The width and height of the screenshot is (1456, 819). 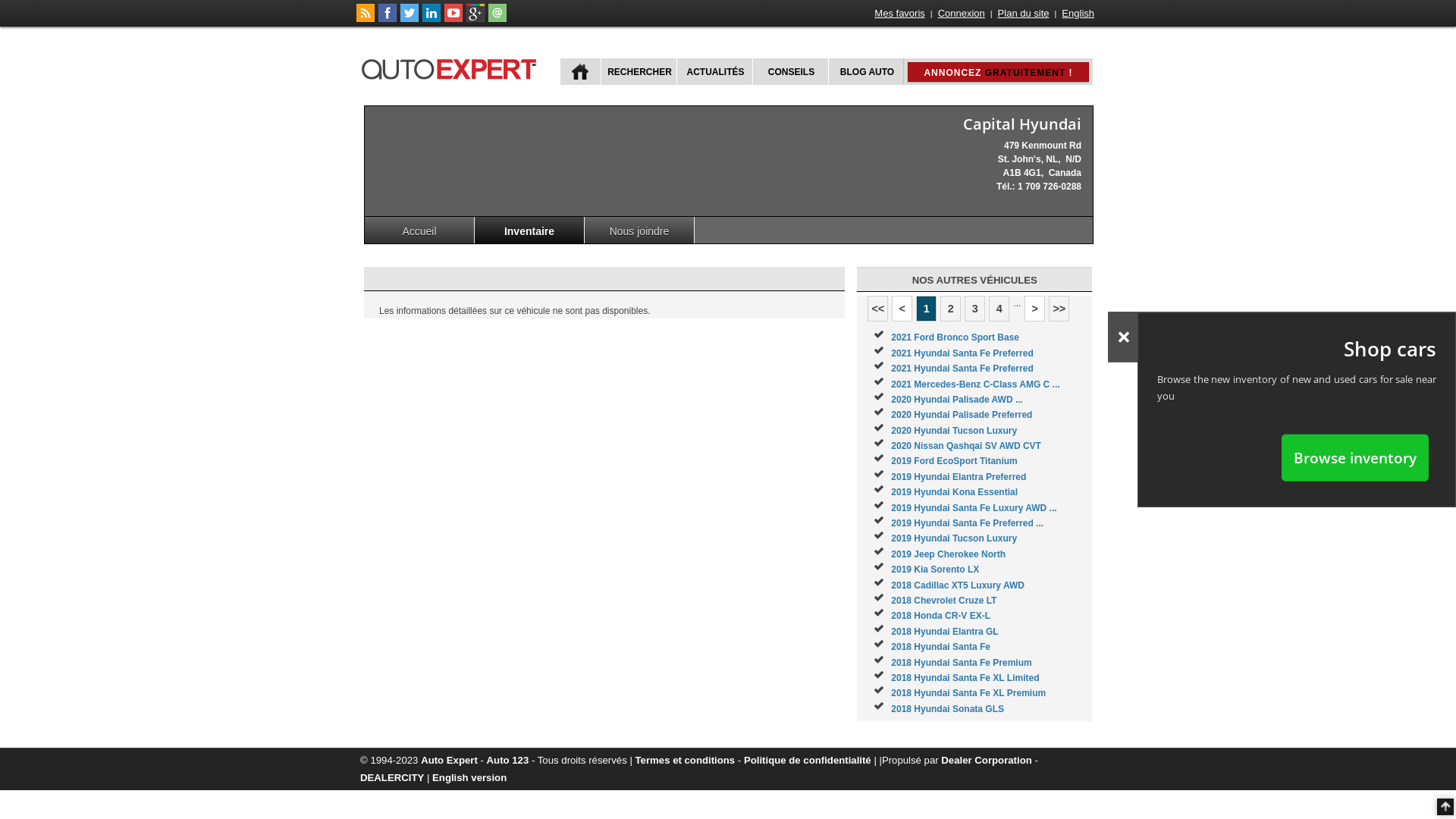 I want to click on '2019 Hyundai Kona Essential', so click(x=953, y=491).